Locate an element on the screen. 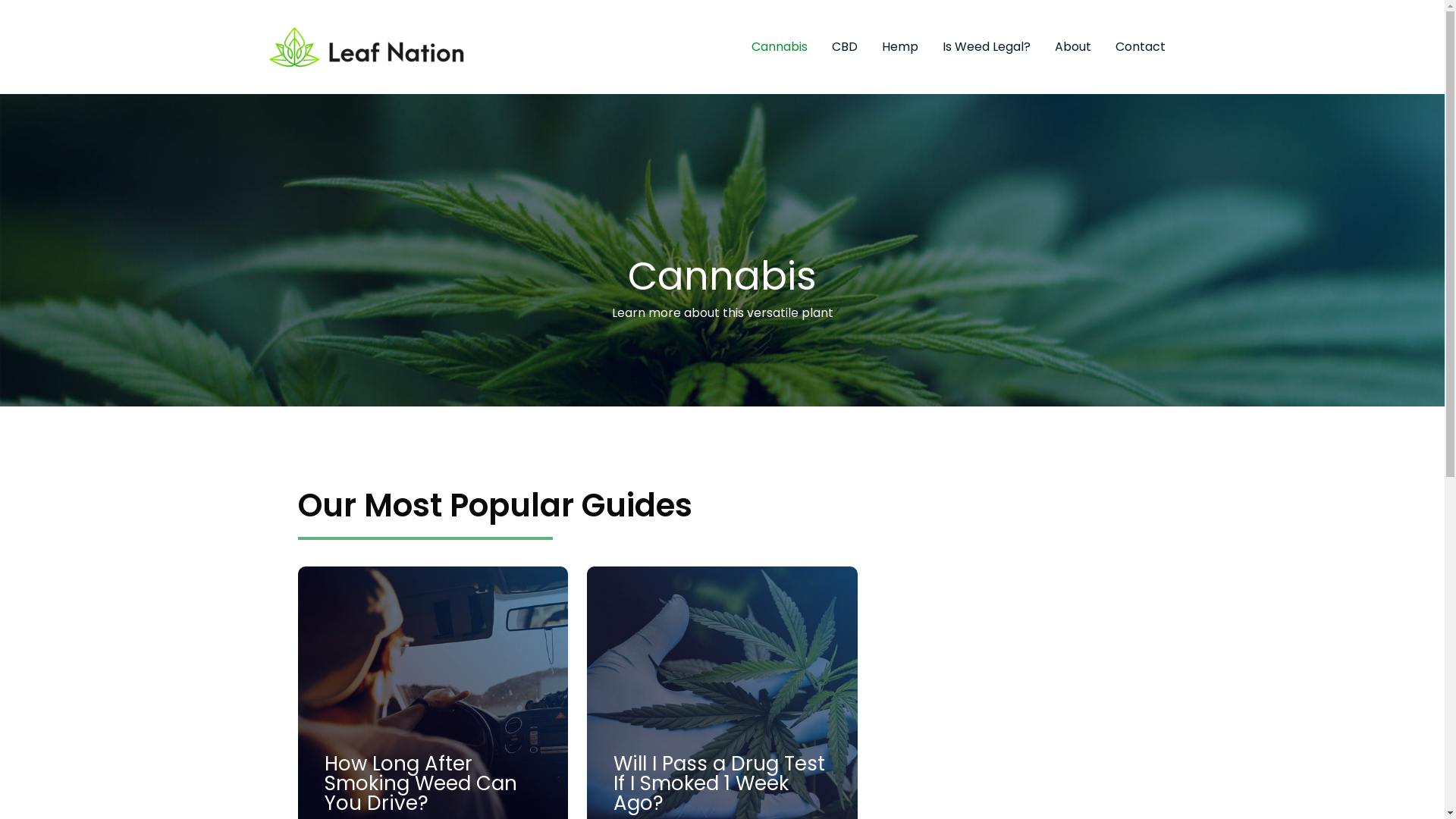 The height and width of the screenshot is (819, 1456). 'Is Weed Legal?' is located at coordinates (986, 45).